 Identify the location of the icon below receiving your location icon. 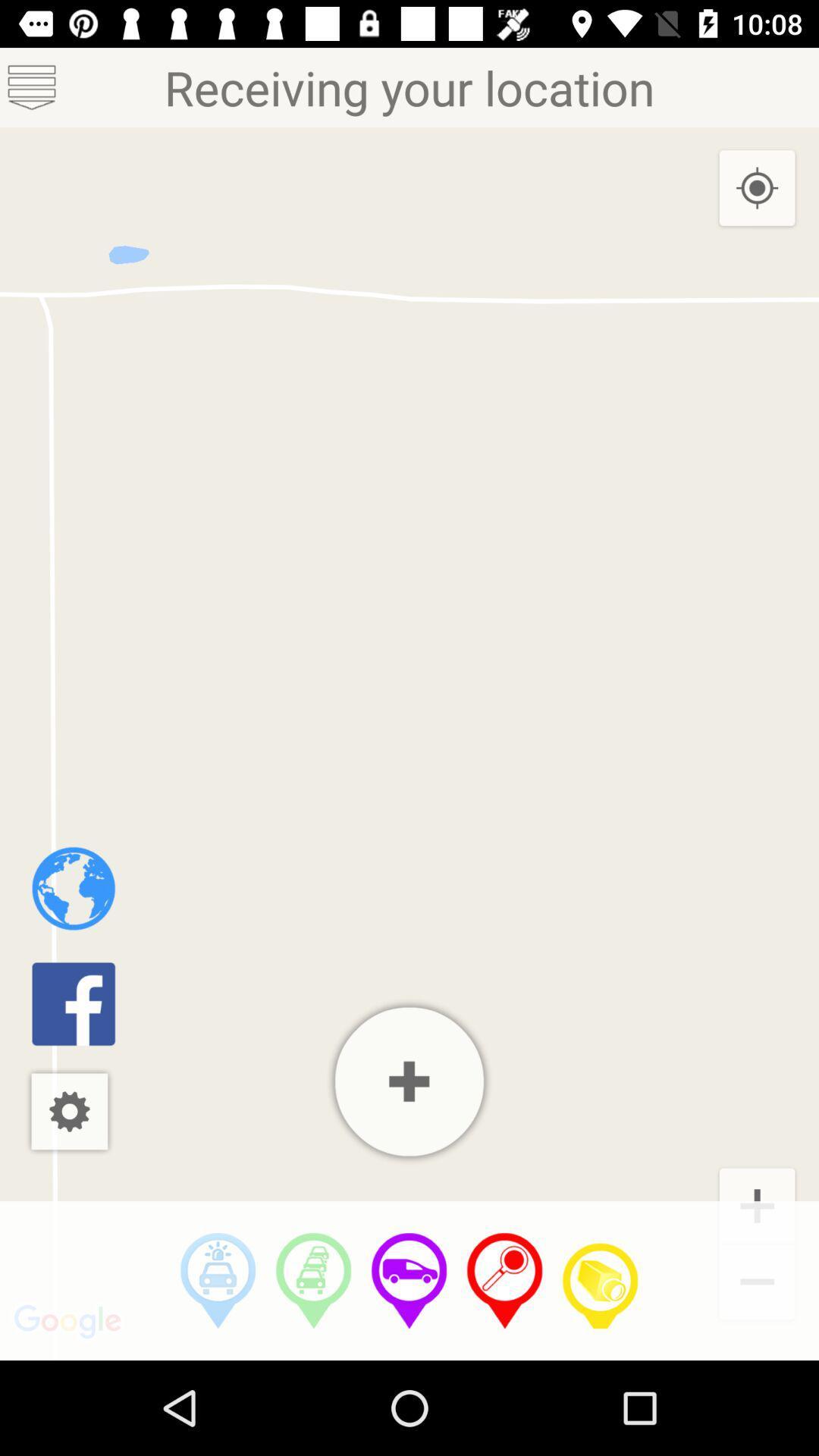
(218, 1280).